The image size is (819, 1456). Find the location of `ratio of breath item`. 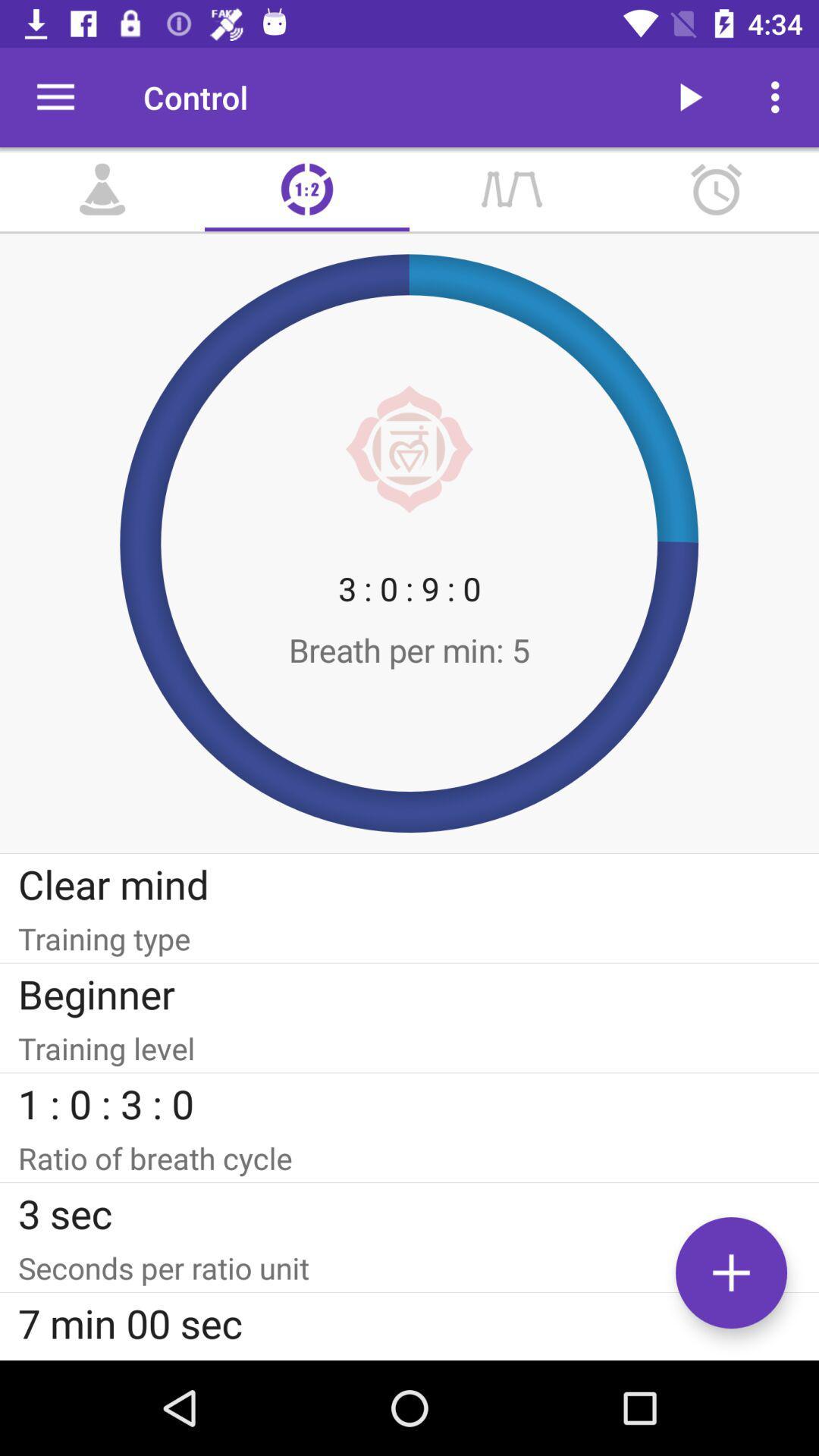

ratio of breath item is located at coordinates (409, 1157).